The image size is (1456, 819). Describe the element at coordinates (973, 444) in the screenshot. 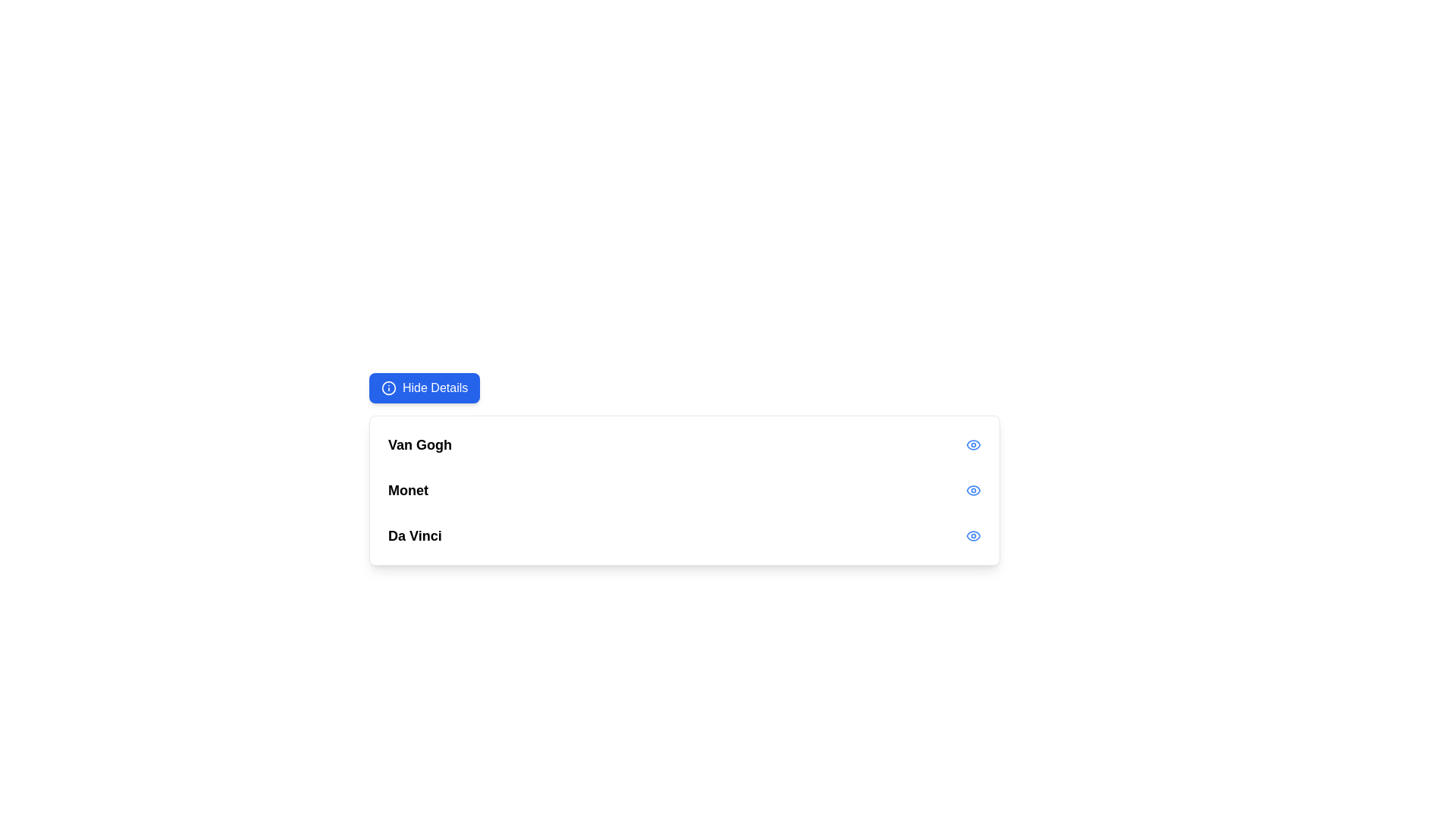

I see `the visibility toggle icon located at the rightmost portion of the 'Da Vinci' item in the list, which serves as a visual indicator for associated content` at that location.